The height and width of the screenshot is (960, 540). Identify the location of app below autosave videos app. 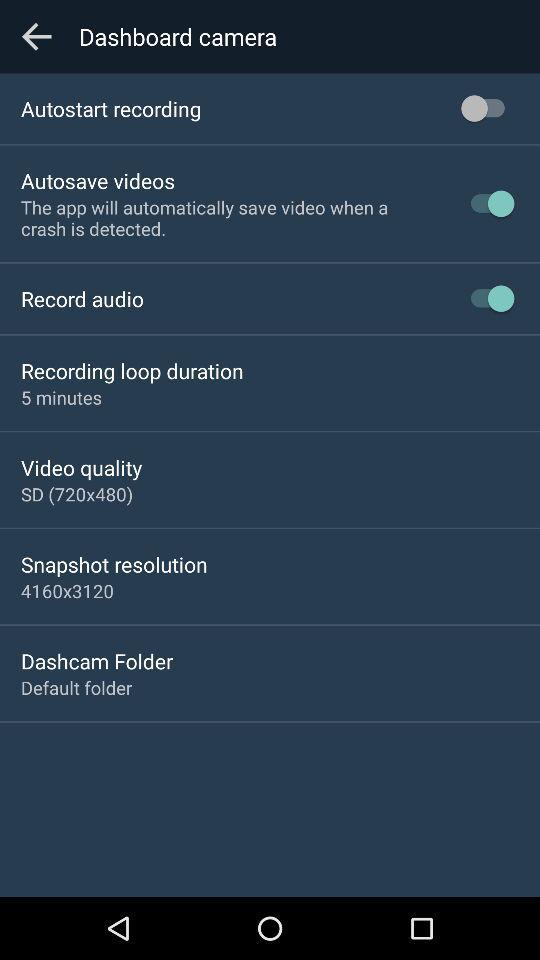
(227, 218).